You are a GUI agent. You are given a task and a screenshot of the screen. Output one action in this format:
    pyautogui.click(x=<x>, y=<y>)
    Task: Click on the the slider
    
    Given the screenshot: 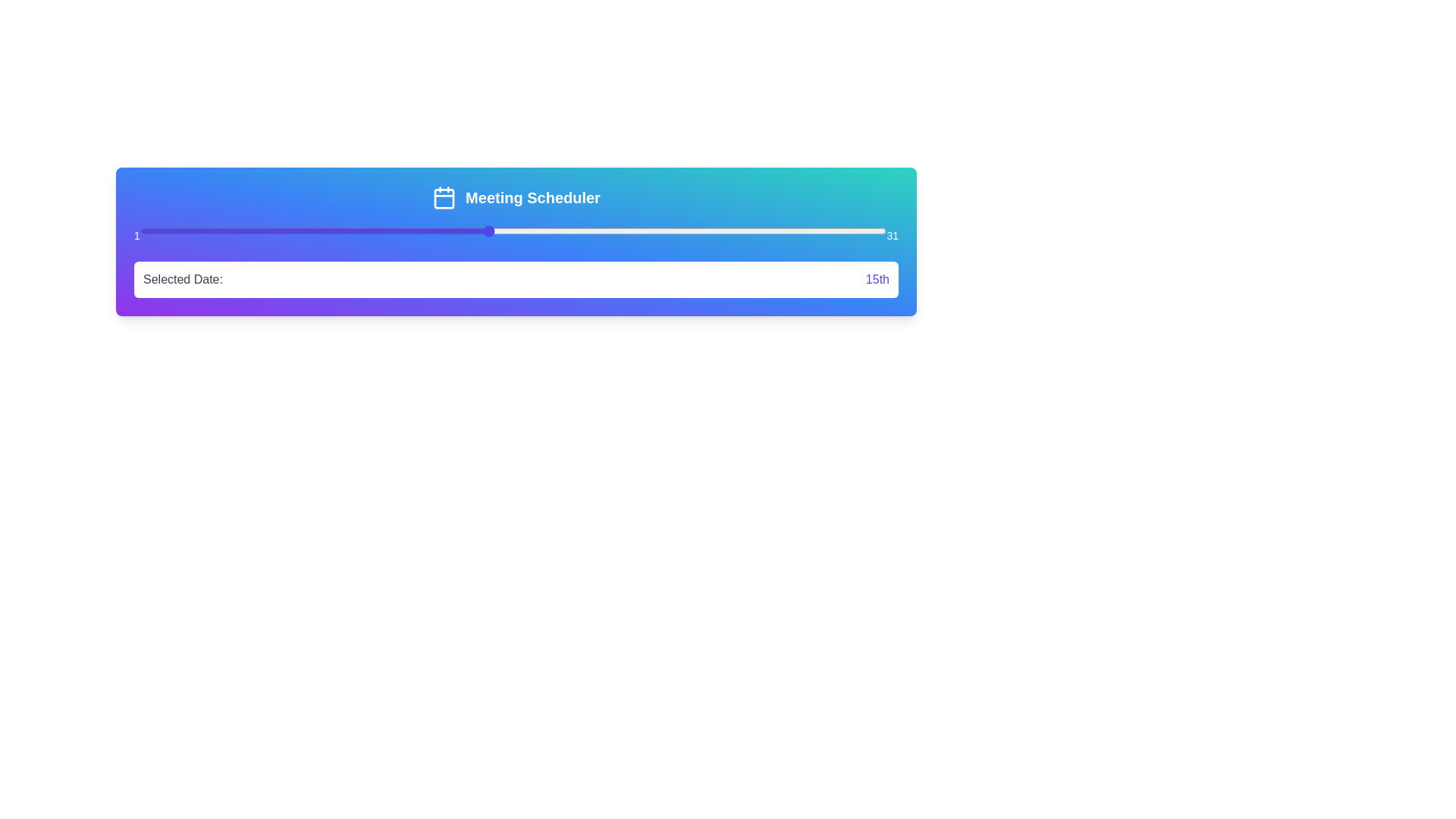 What is the action you would take?
    pyautogui.click(x=289, y=231)
    